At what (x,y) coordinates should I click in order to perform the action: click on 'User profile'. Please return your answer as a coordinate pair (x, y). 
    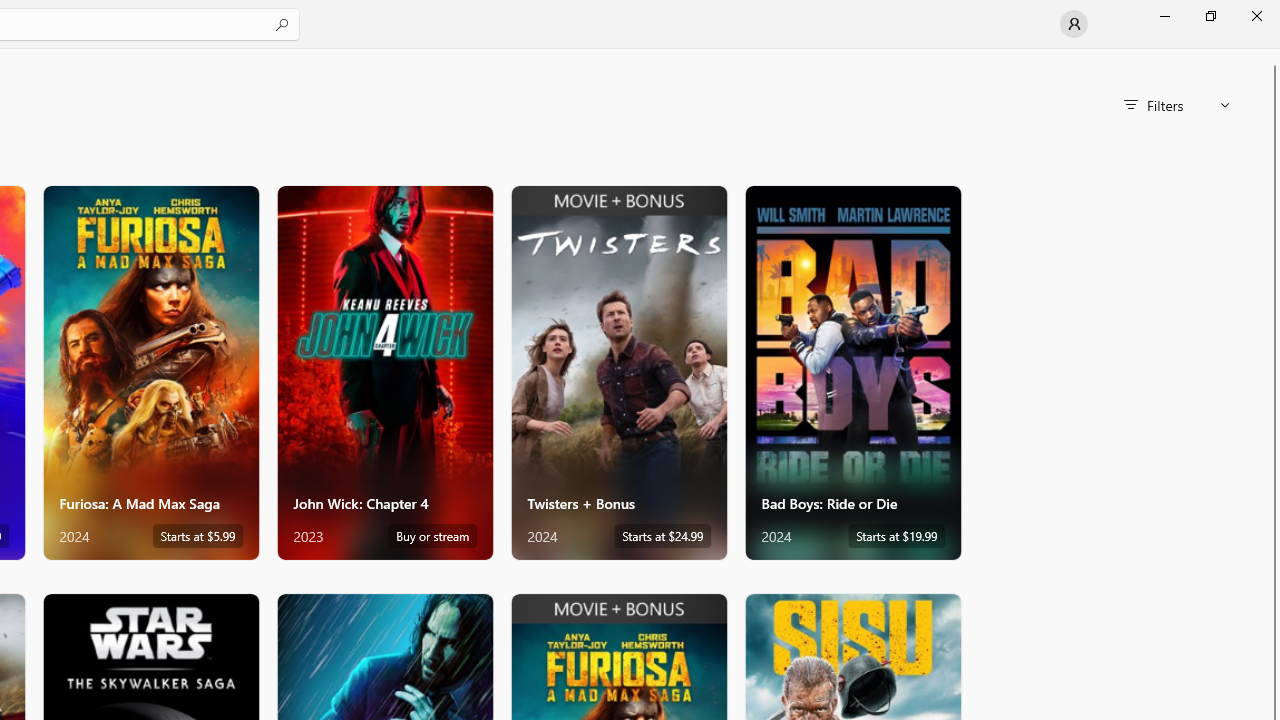
    Looking at the image, I should click on (1072, 24).